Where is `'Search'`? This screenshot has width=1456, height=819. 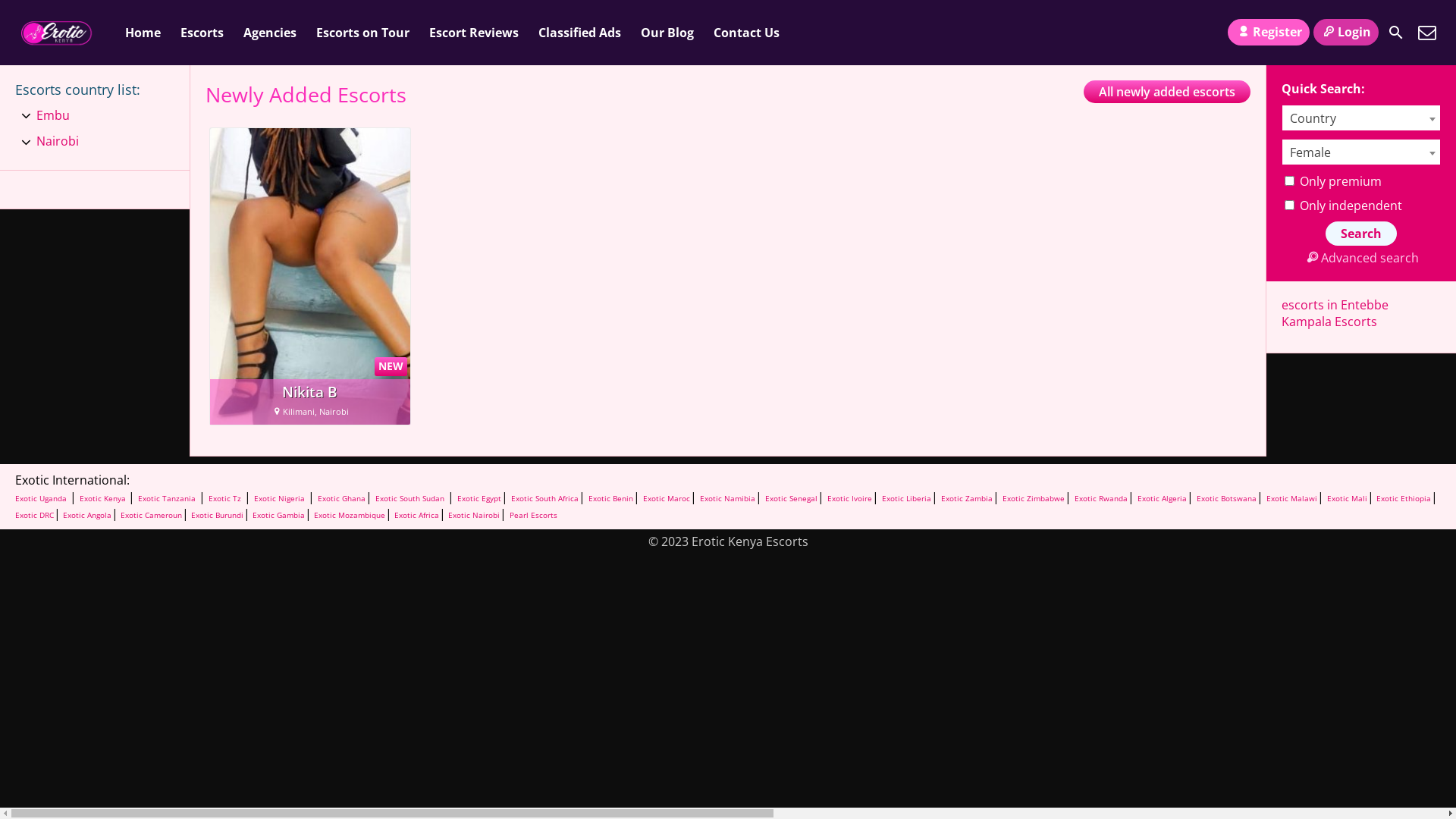
'Search' is located at coordinates (1395, 32).